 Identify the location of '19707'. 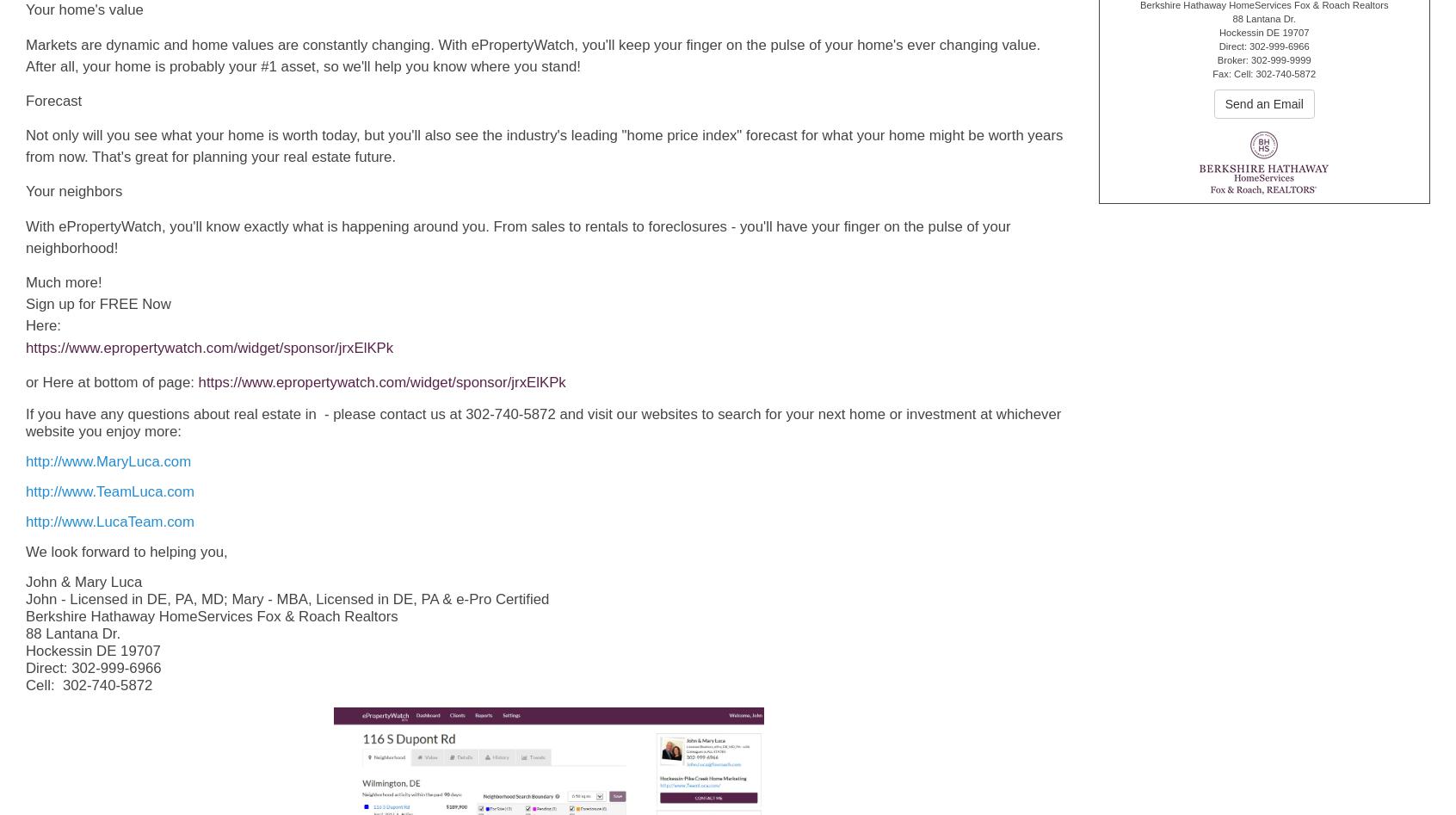
(1295, 32).